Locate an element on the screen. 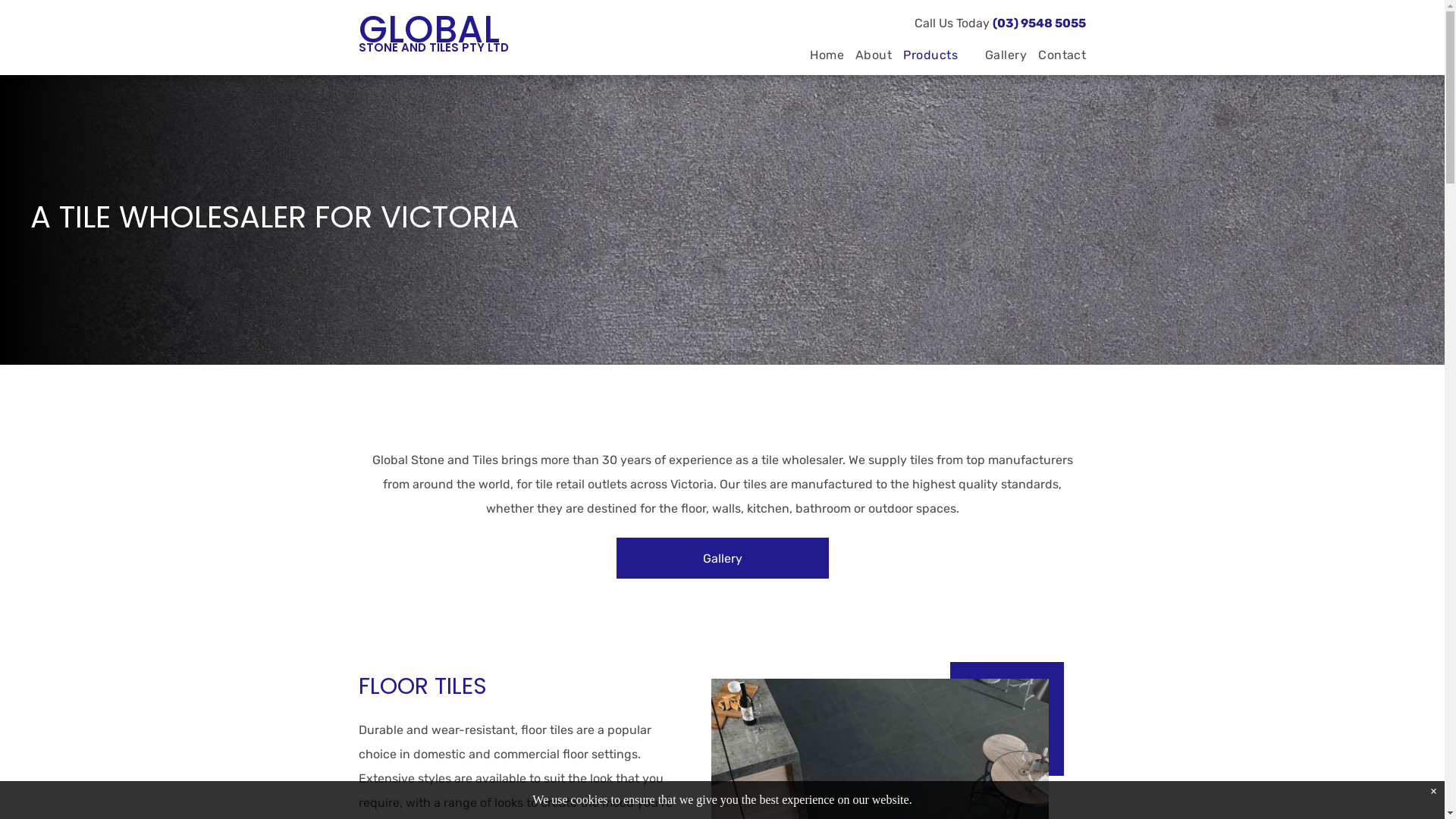 Image resolution: width=1456 pixels, height=819 pixels. 'Contact' is located at coordinates (1055, 55).